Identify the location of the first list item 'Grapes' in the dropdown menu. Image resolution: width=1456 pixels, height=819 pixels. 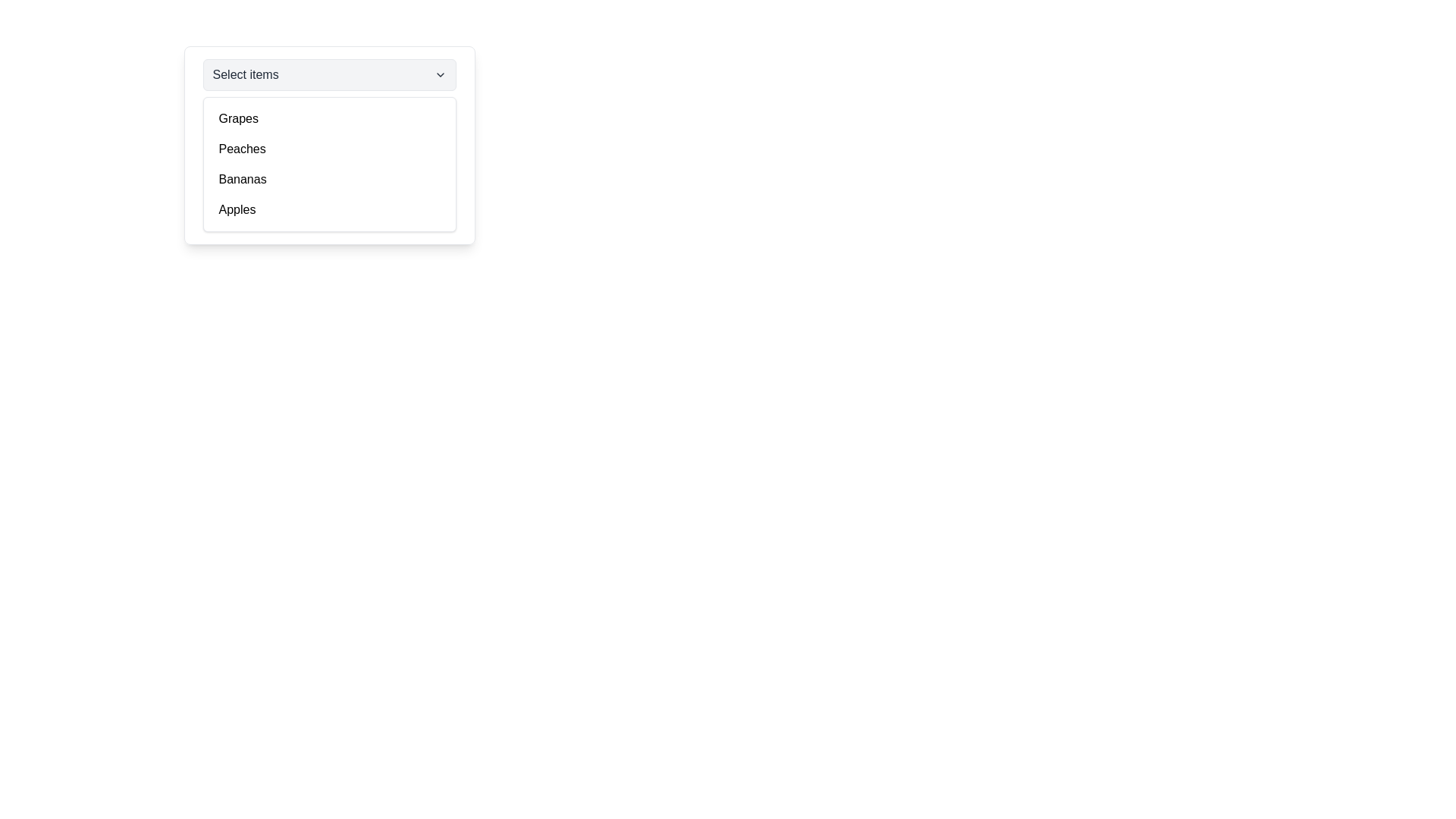
(328, 118).